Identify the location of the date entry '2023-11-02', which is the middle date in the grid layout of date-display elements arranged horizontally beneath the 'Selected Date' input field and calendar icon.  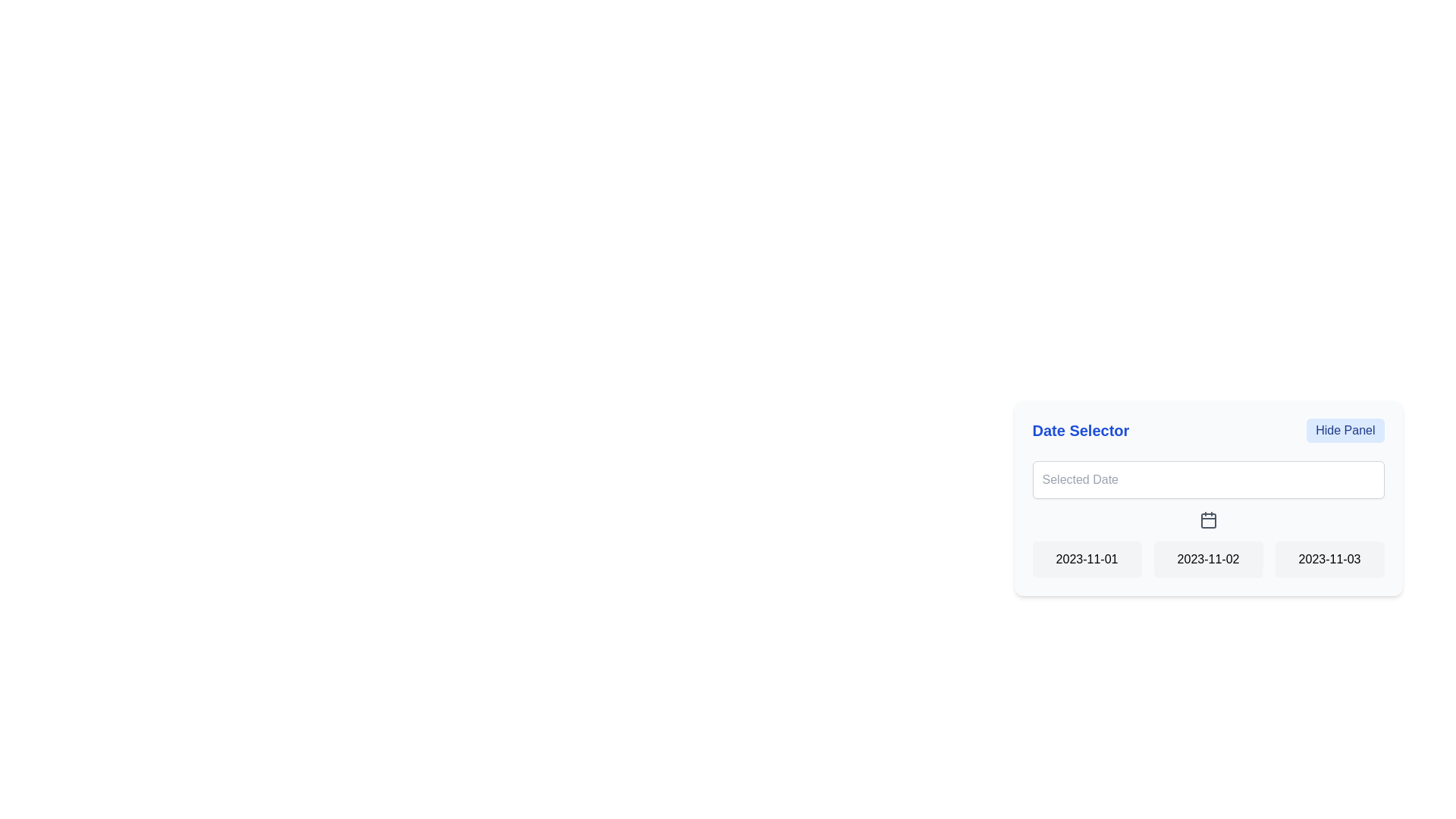
(1207, 559).